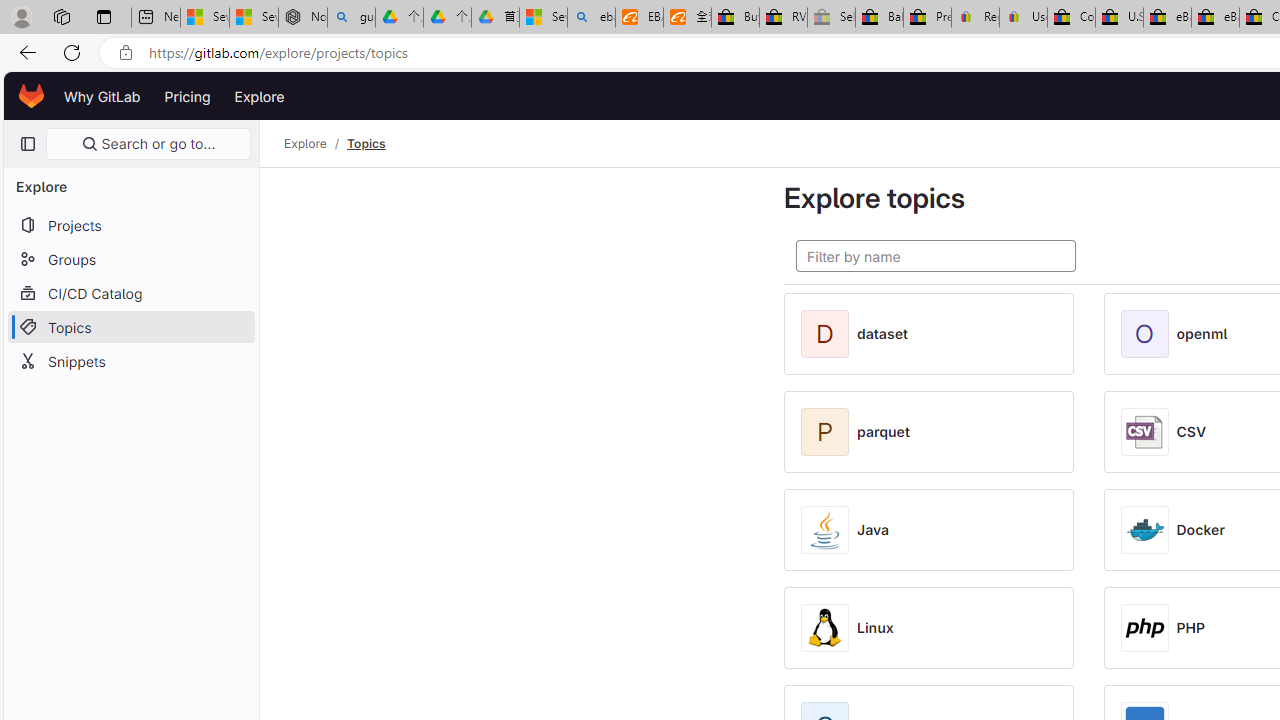 This screenshot has width=1280, height=720. What do you see at coordinates (366, 143) in the screenshot?
I see `'Topics'` at bounding box center [366, 143].